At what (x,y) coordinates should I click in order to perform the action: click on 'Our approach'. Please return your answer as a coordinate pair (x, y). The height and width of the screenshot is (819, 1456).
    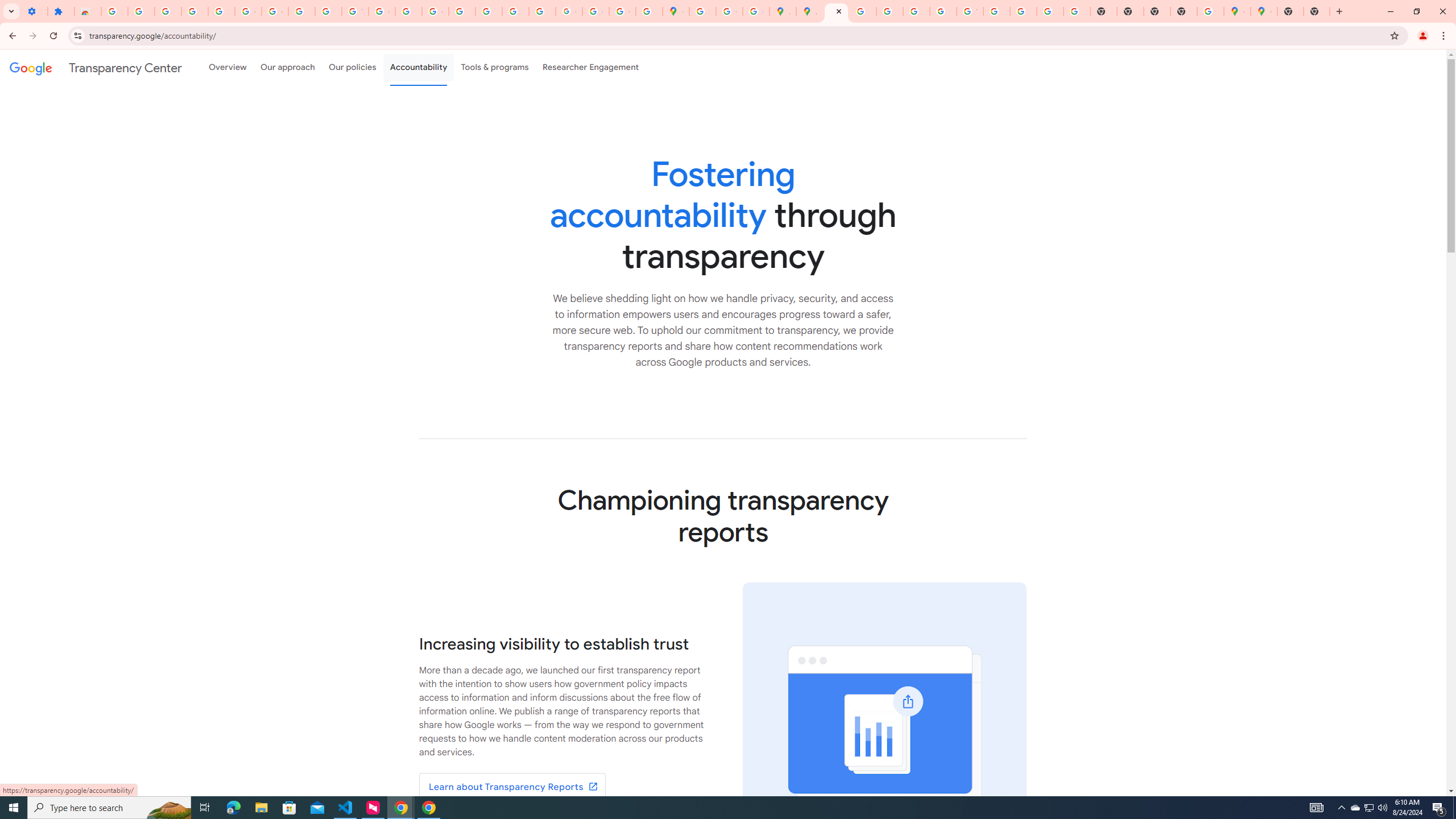
    Looking at the image, I should click on (287, 67).